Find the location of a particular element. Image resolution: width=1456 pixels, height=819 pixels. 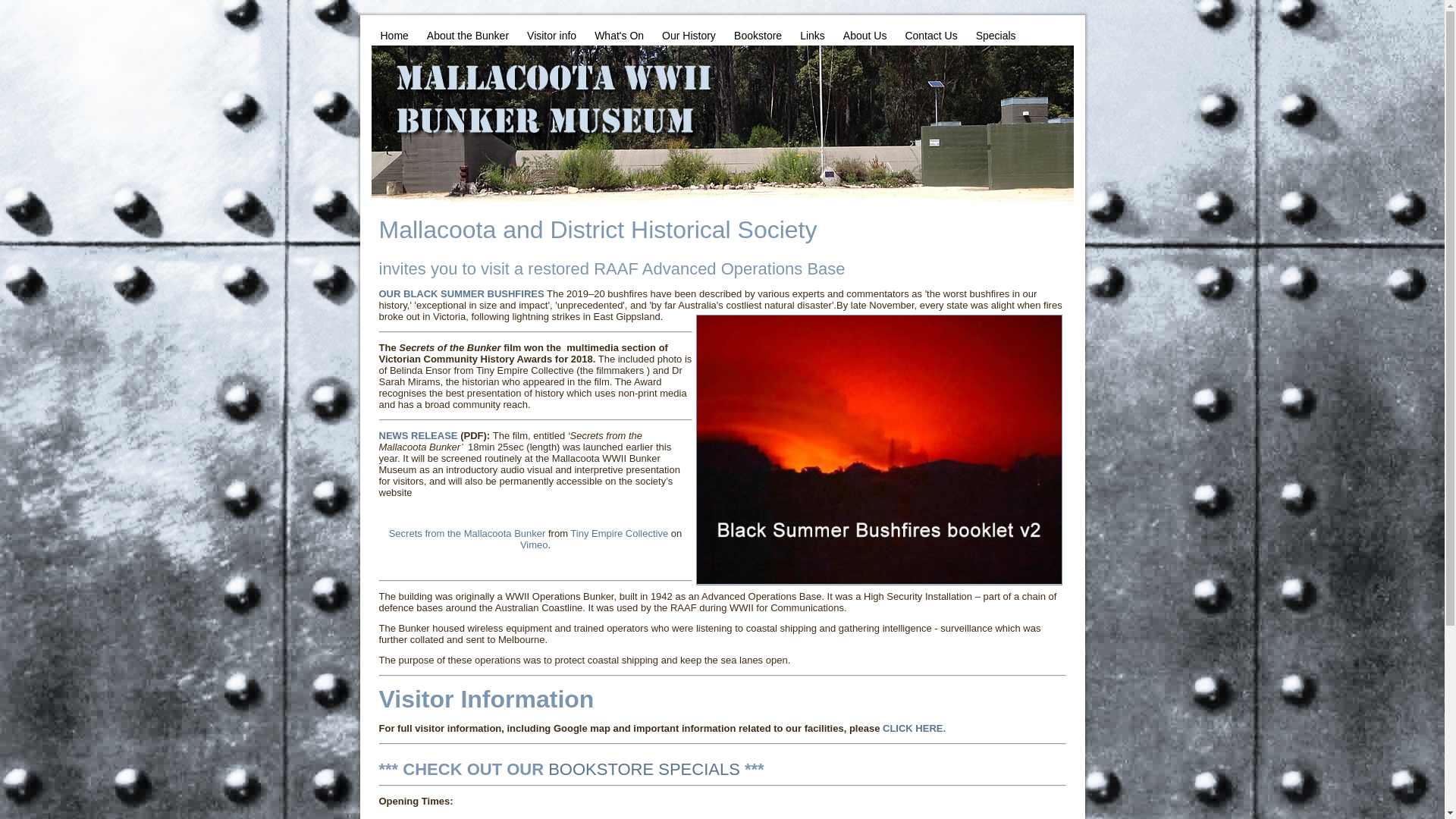

'What's On' is located at coordinates (619, 35).